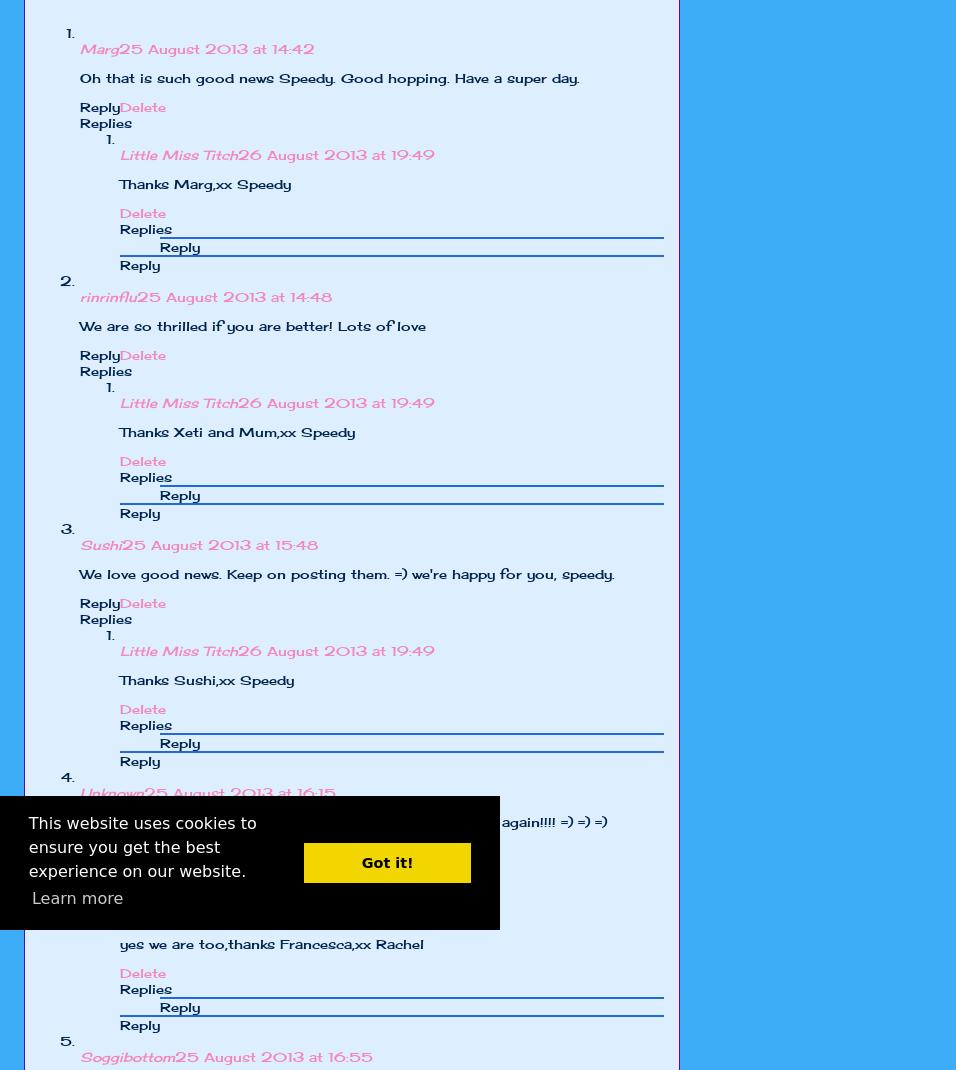 The width and height of the screenshot is (956, 1070). What do you see at coordinates (79, 77) in the screenshot?
I see `'Oh that is such good news Speedy. Good hopping. Have a super day.'` at bounding box center [79, 77].